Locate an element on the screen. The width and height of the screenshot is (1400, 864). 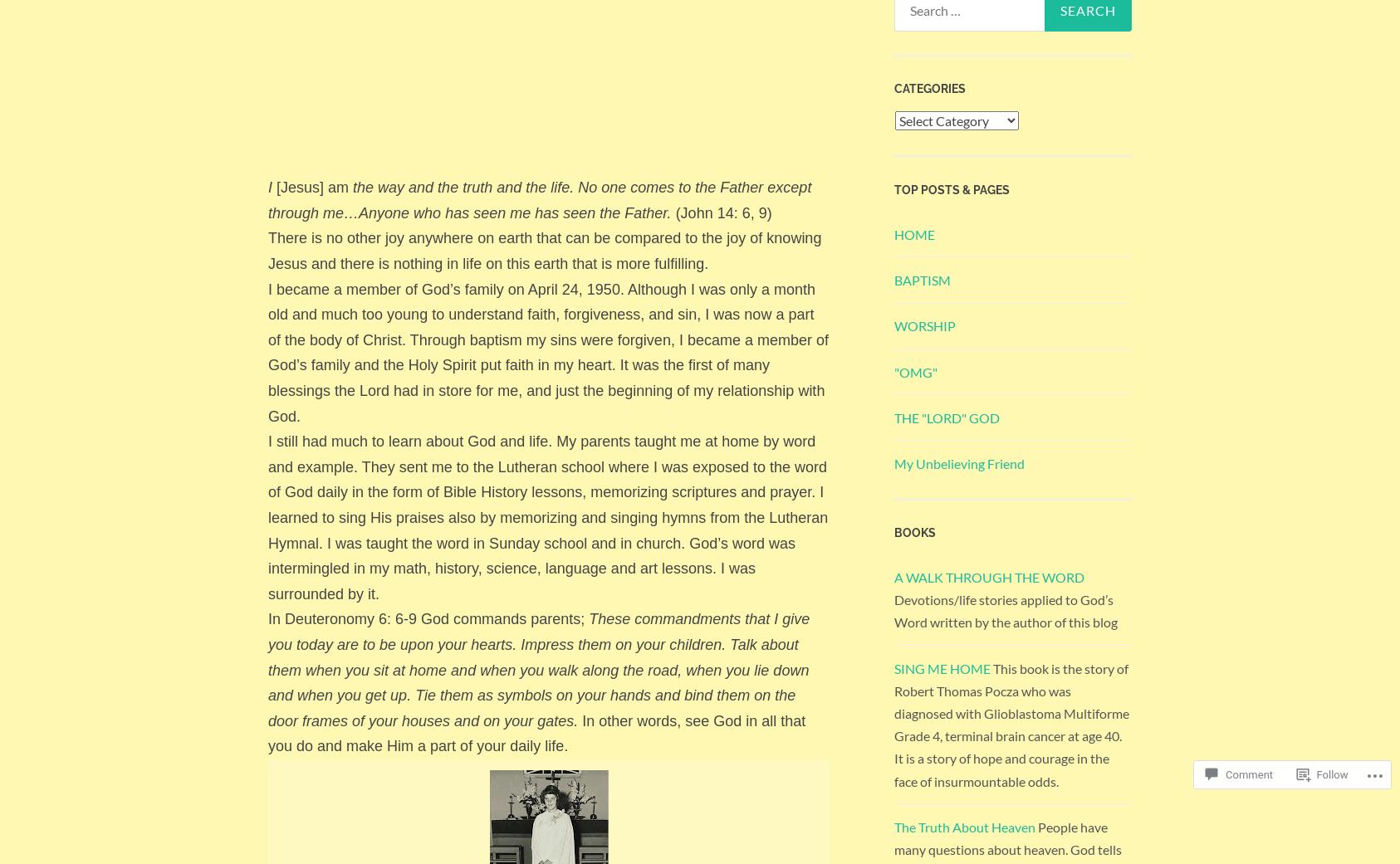
'I' is located at coordinates (269, 187).